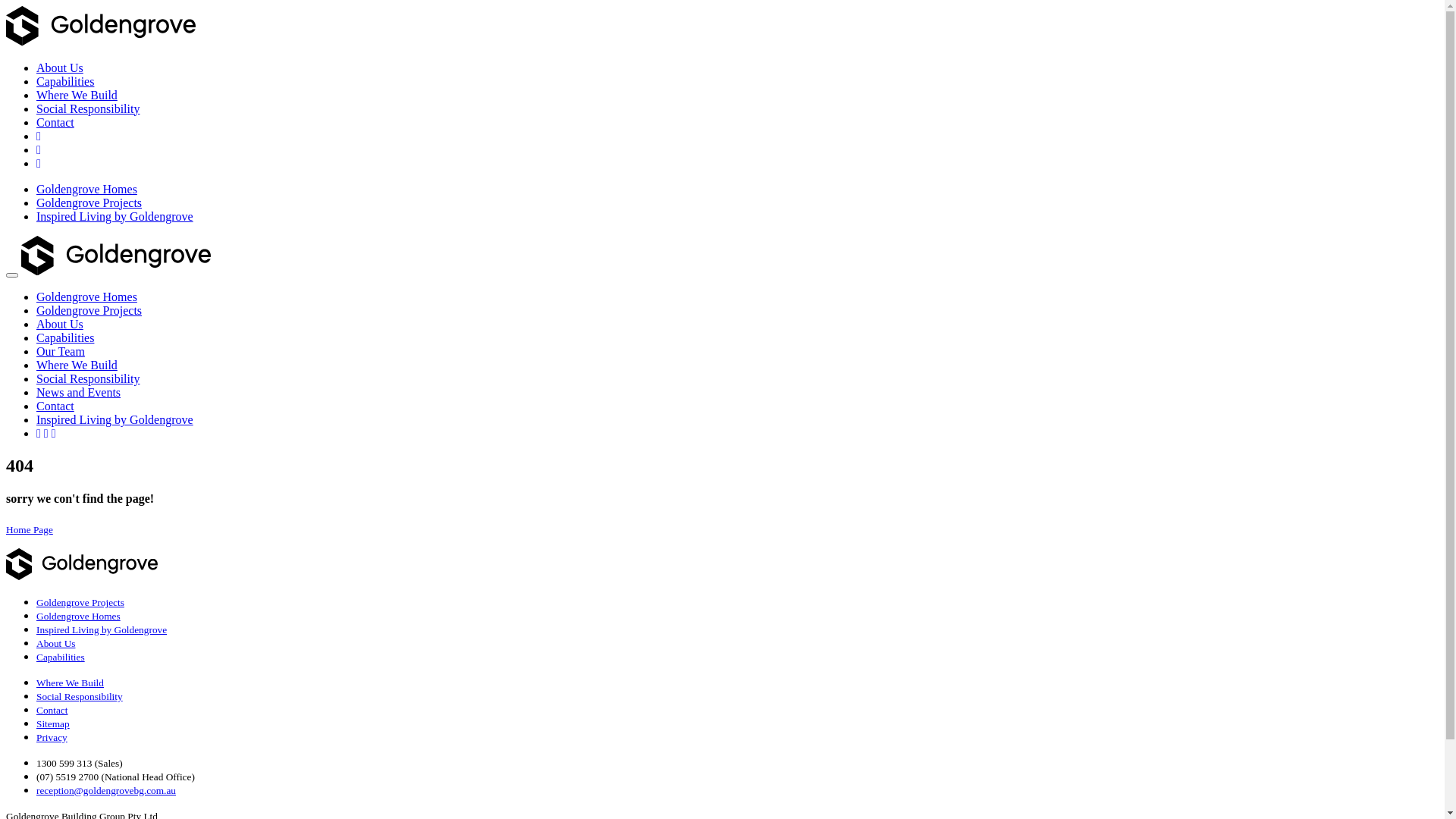 The width and height of the screenshot is (1456, 819). What do you see at coordinates (64, 81) in the screenshot?
I see `'Capabilities'` at bounding box center [64, 81].